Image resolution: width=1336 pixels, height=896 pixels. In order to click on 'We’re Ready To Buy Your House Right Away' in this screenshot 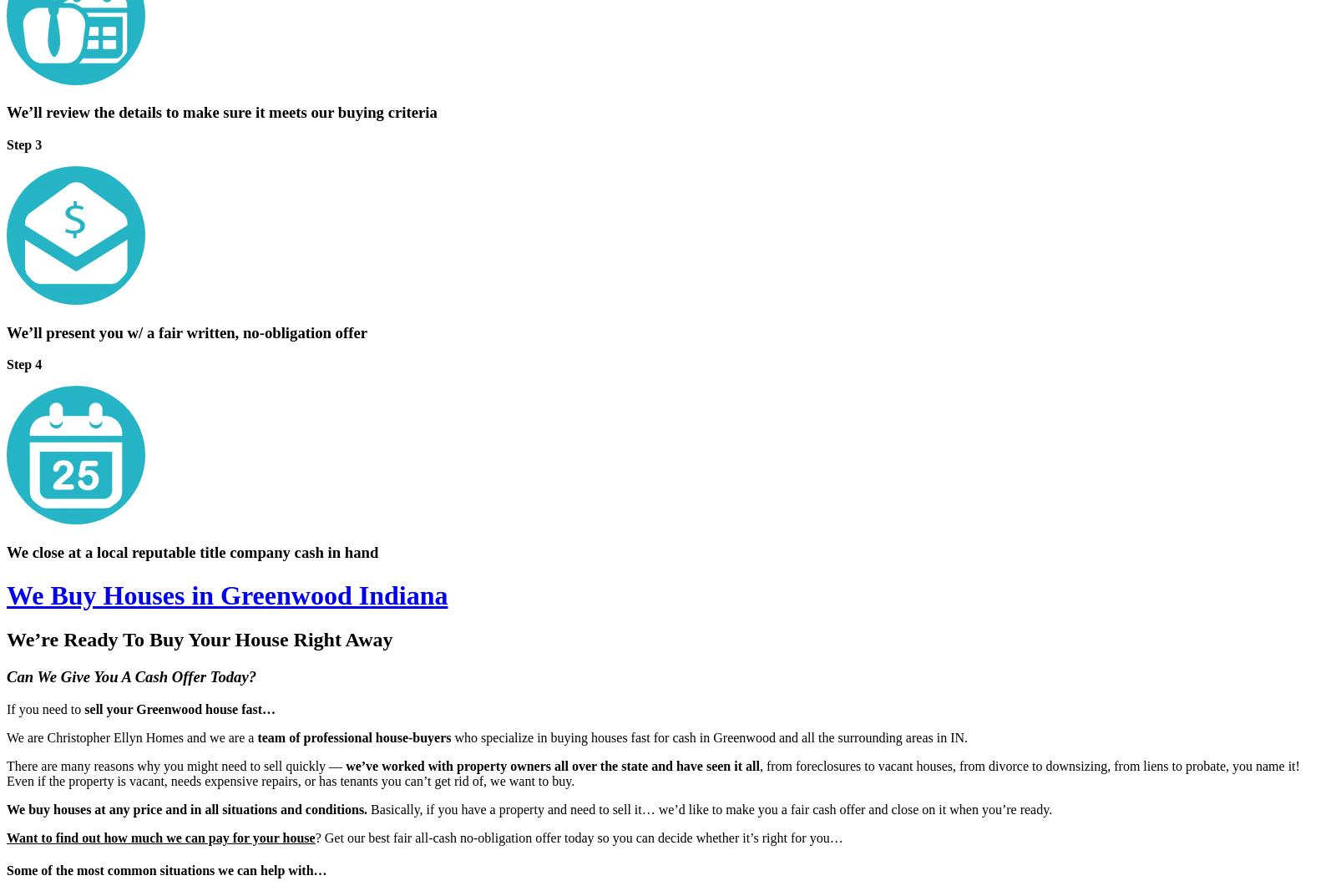, I will do `click(200, 638)`.